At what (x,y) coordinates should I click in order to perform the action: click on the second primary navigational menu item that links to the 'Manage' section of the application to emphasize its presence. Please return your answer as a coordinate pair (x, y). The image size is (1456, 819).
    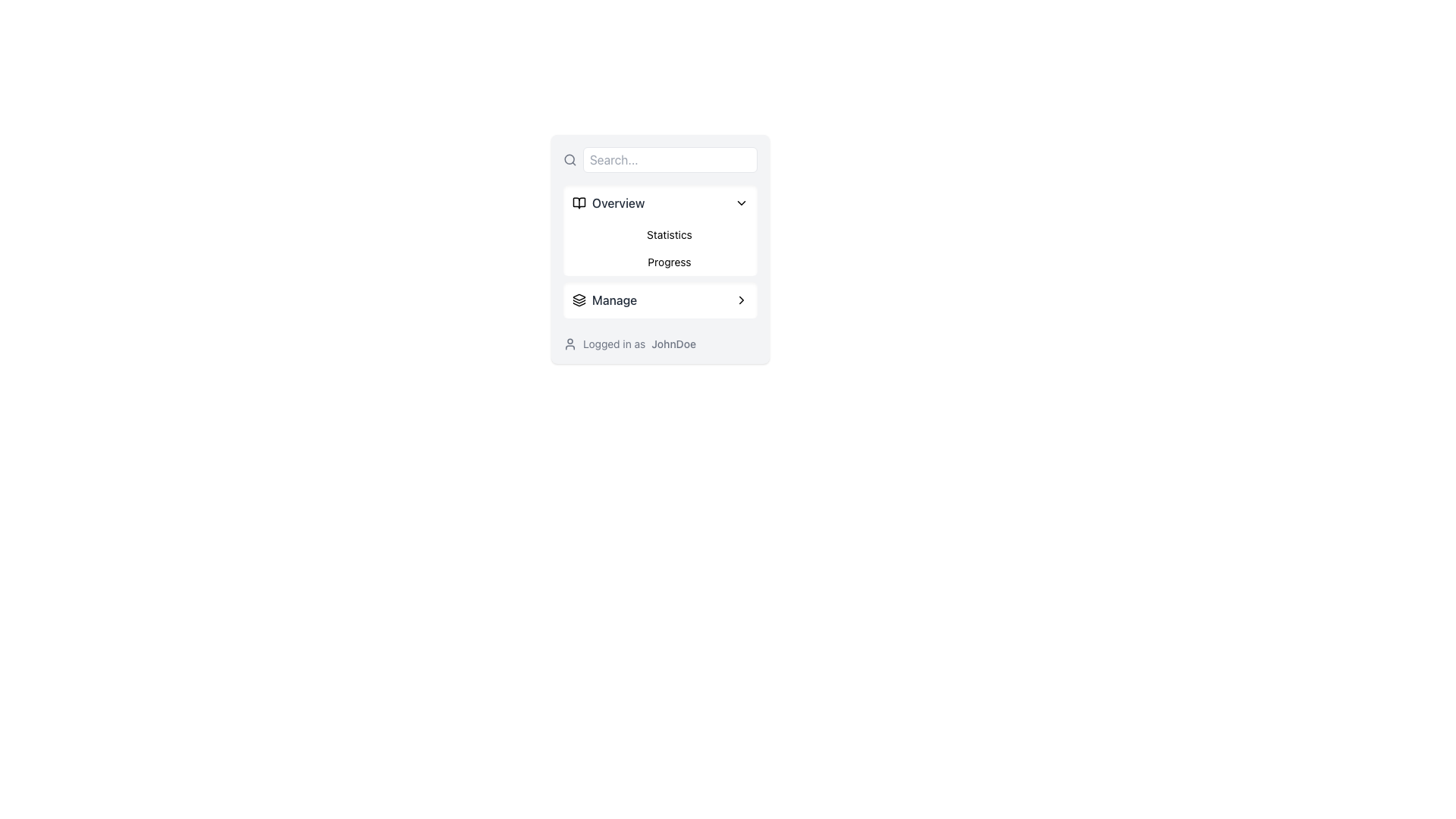
    Looking at the image, I should click on (604, 300).